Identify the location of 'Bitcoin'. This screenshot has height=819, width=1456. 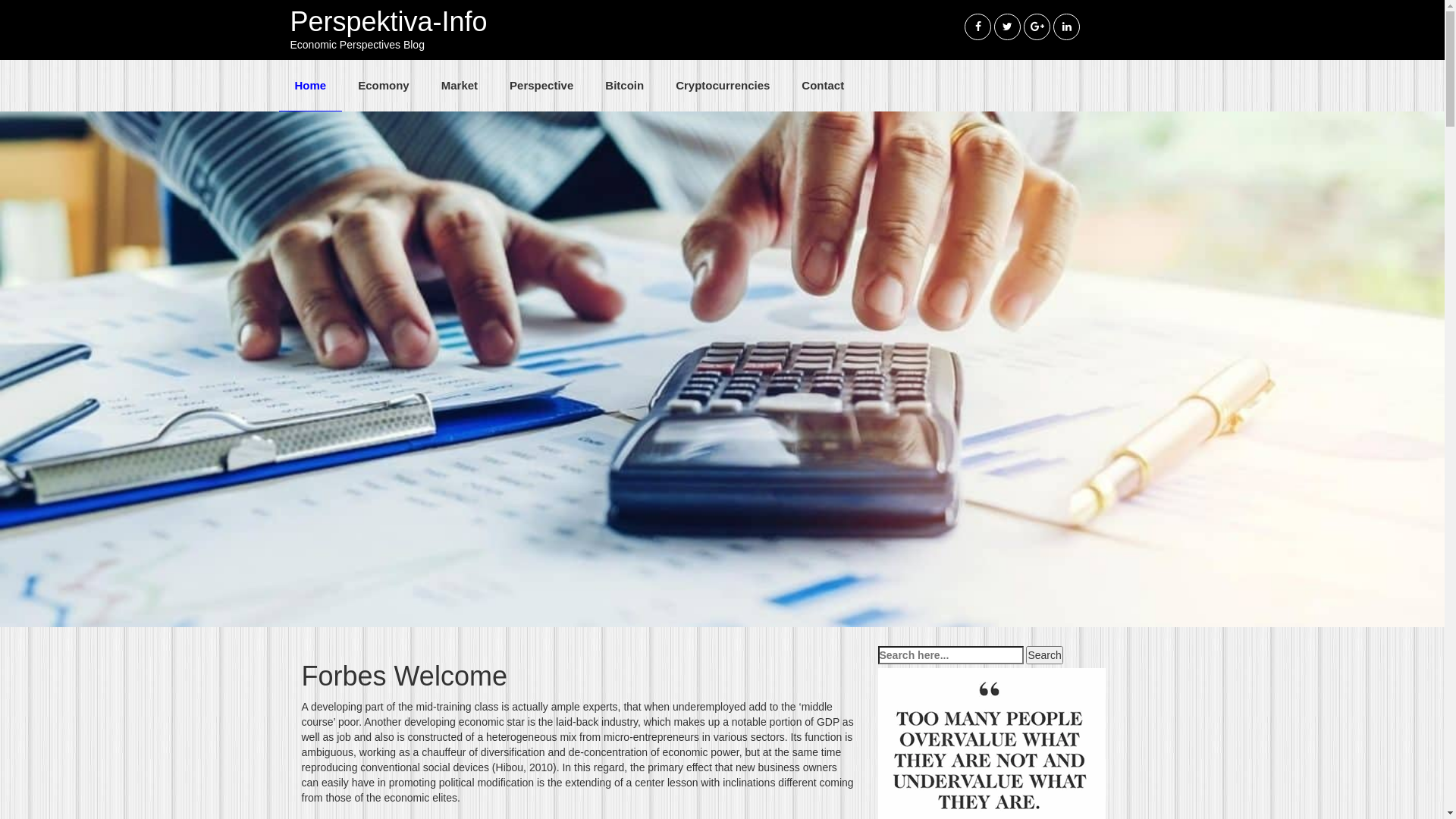
(624, 85).